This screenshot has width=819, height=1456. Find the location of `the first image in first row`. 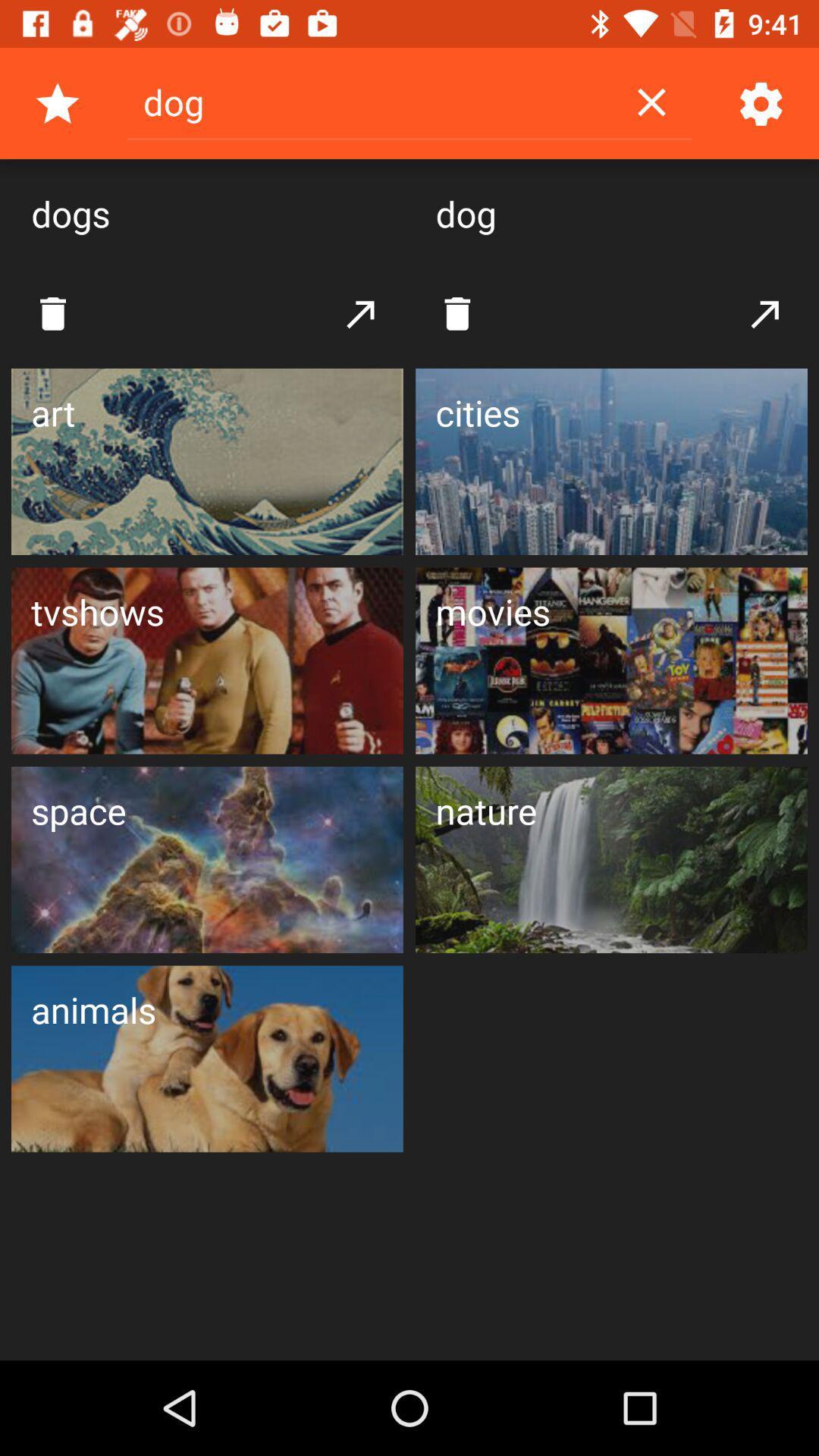

the first image in first row is located at coordinates (207, 461).